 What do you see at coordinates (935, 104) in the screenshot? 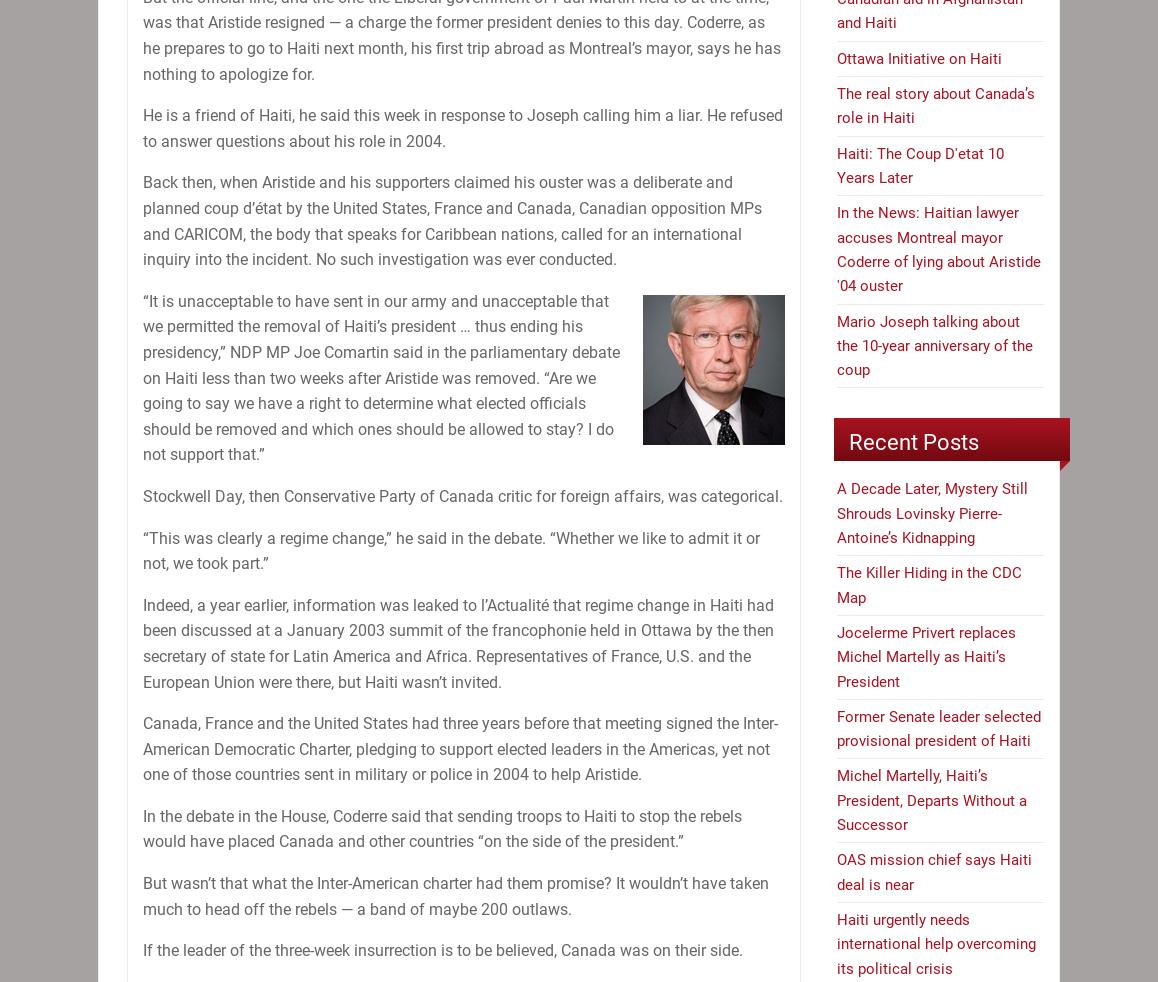
I see `'The real story about Canada’s role in Haiti'` at bounding box center [935, 104].